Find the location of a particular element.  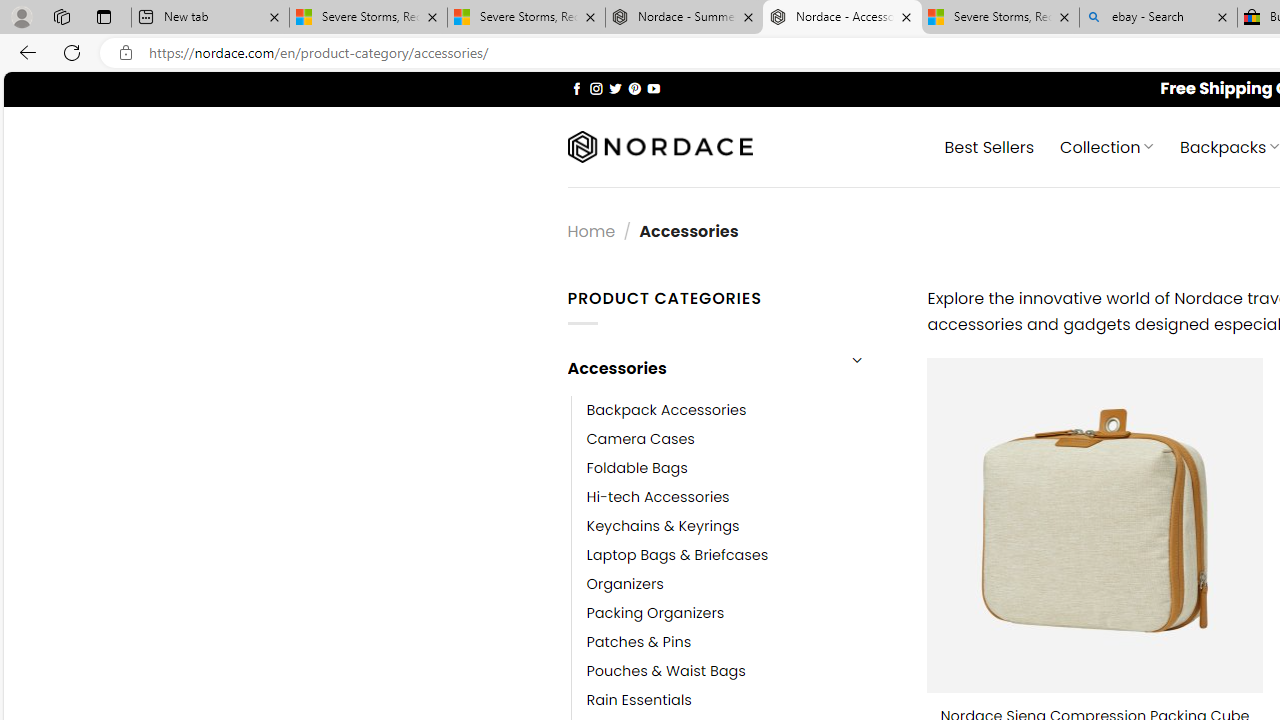

'Home' is located at coordinates (590, 230).